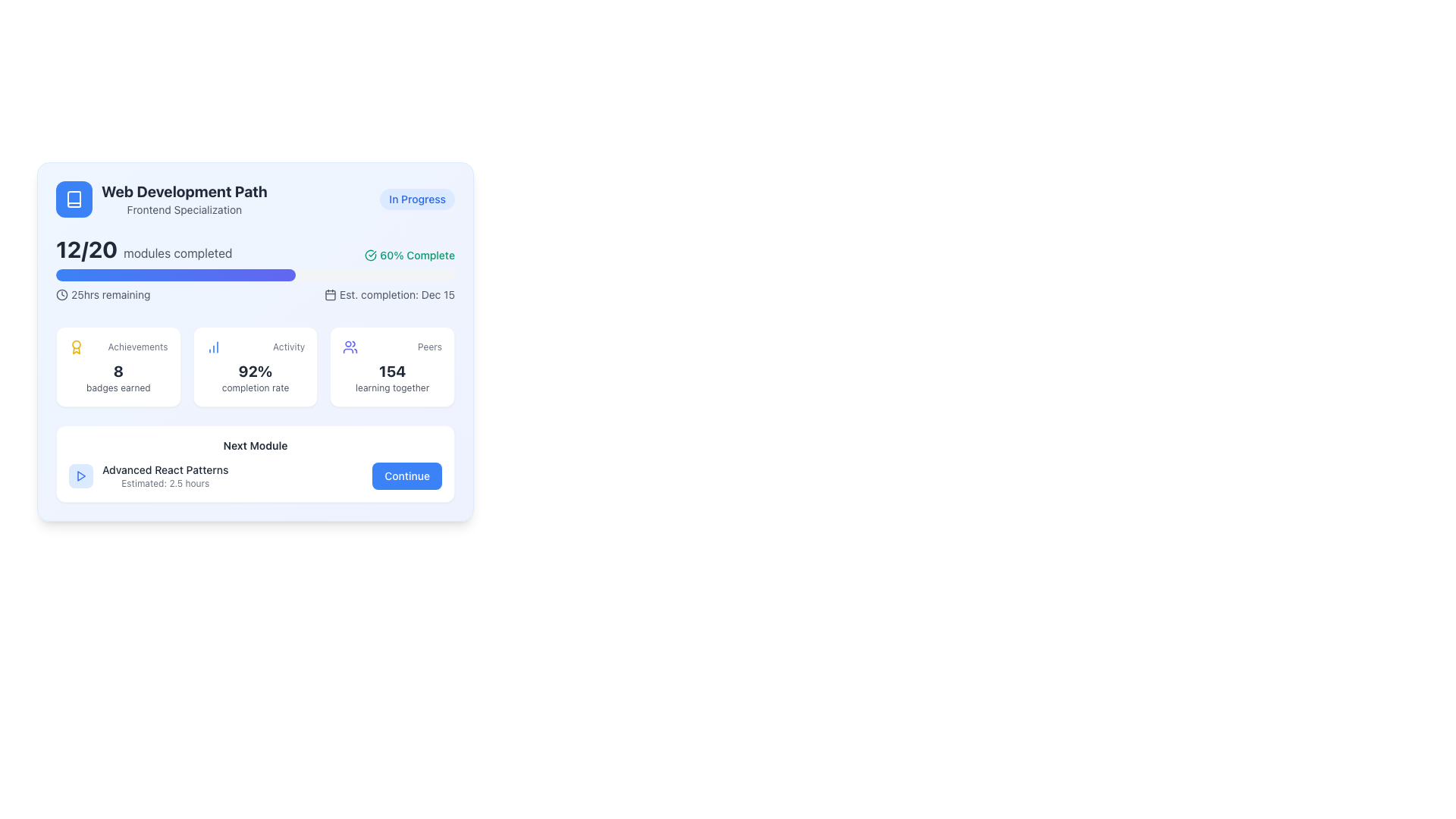 Image resolution: width=1456 pixels, height=819 pixels. Describe the element at coordinates (61, 295) in the screenshot. I see `the icon that indicates a time-related aspect, positioned immediately to the left of the text '25hrs remaining'` at that location.